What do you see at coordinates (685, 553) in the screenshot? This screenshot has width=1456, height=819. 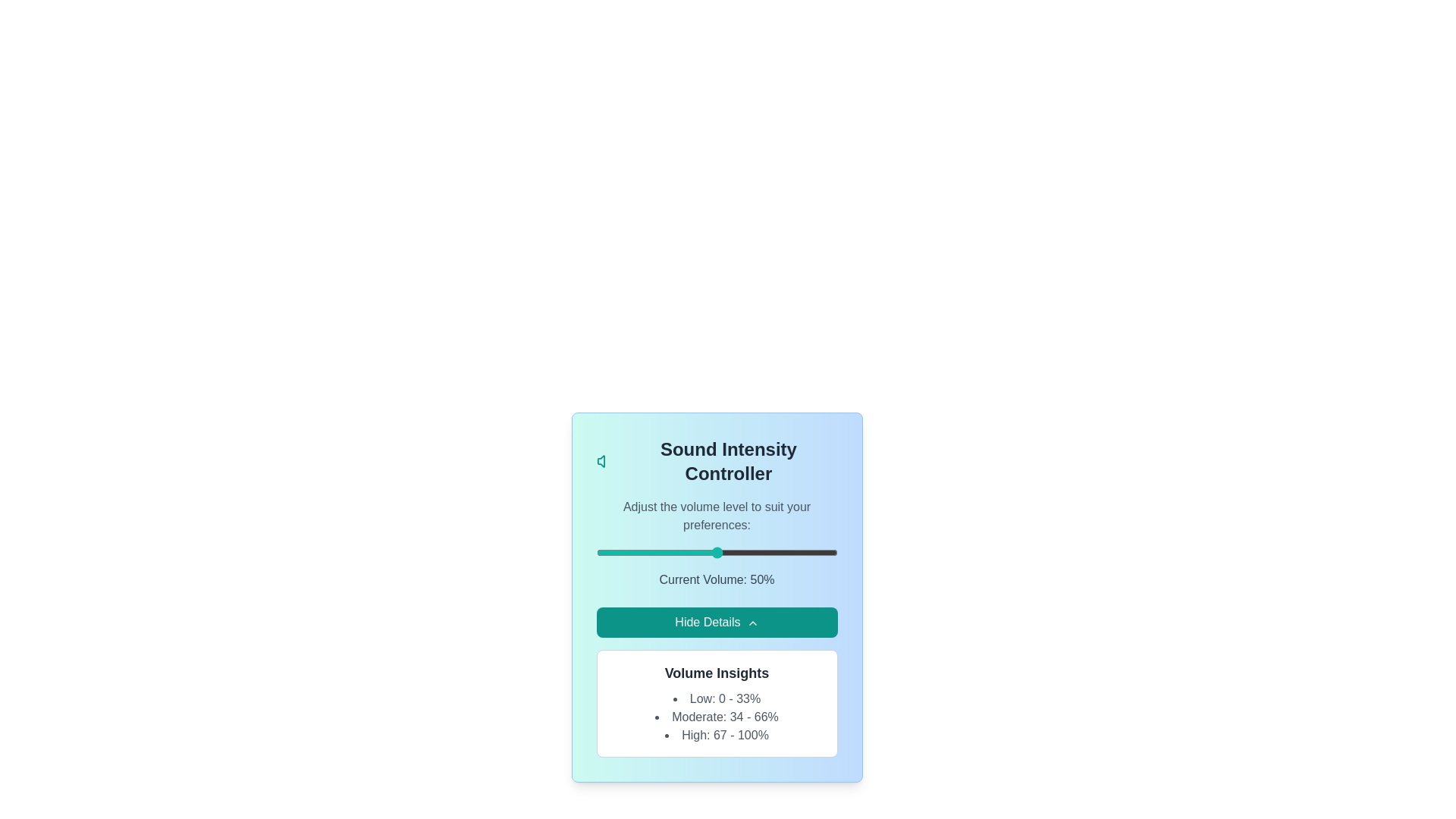 I see `the volume slider to set the audio intensity to 37%` at bounding box center [685, 553].